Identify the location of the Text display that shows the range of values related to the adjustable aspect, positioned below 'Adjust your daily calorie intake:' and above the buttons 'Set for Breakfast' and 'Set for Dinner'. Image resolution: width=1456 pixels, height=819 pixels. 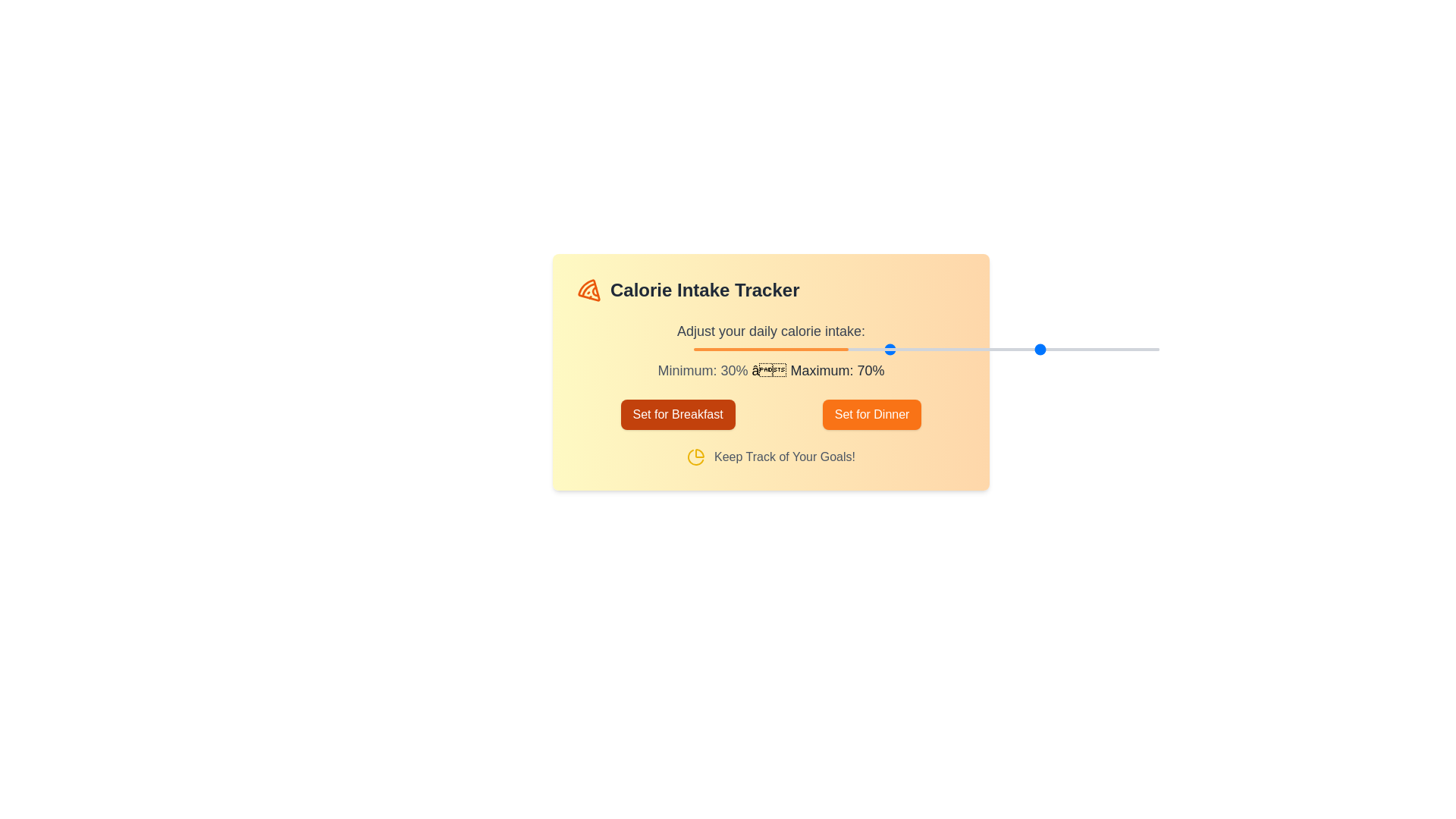
(771, 371).